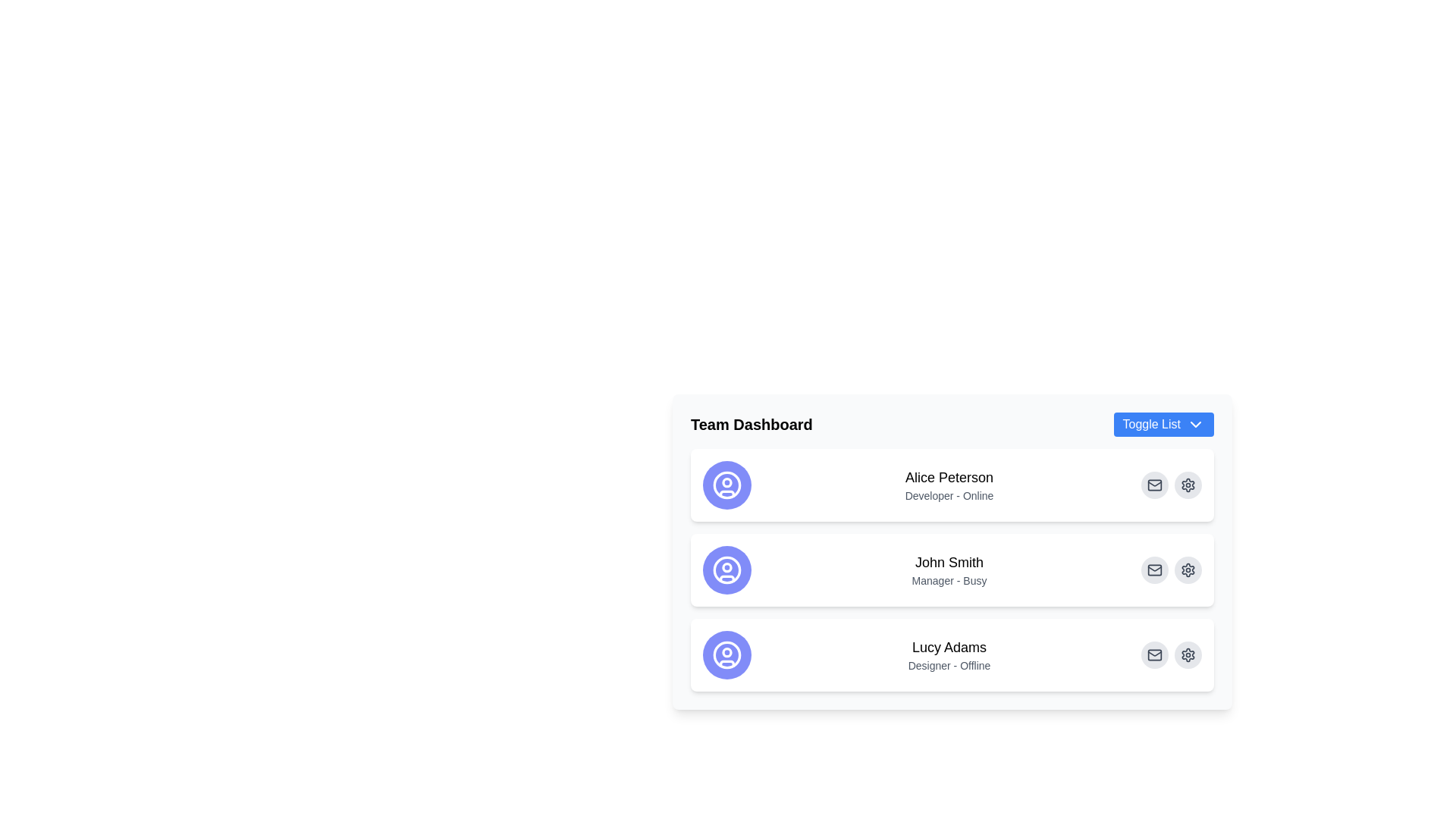 This screenshot has height=819, width=1456. What do you see at coordinates (726, 485) in the screenshot?
I see `the circular SVG graphic representing a user icon, located to the left of 'Alice Peterson' in the team list` at bounding box center [726, 485].